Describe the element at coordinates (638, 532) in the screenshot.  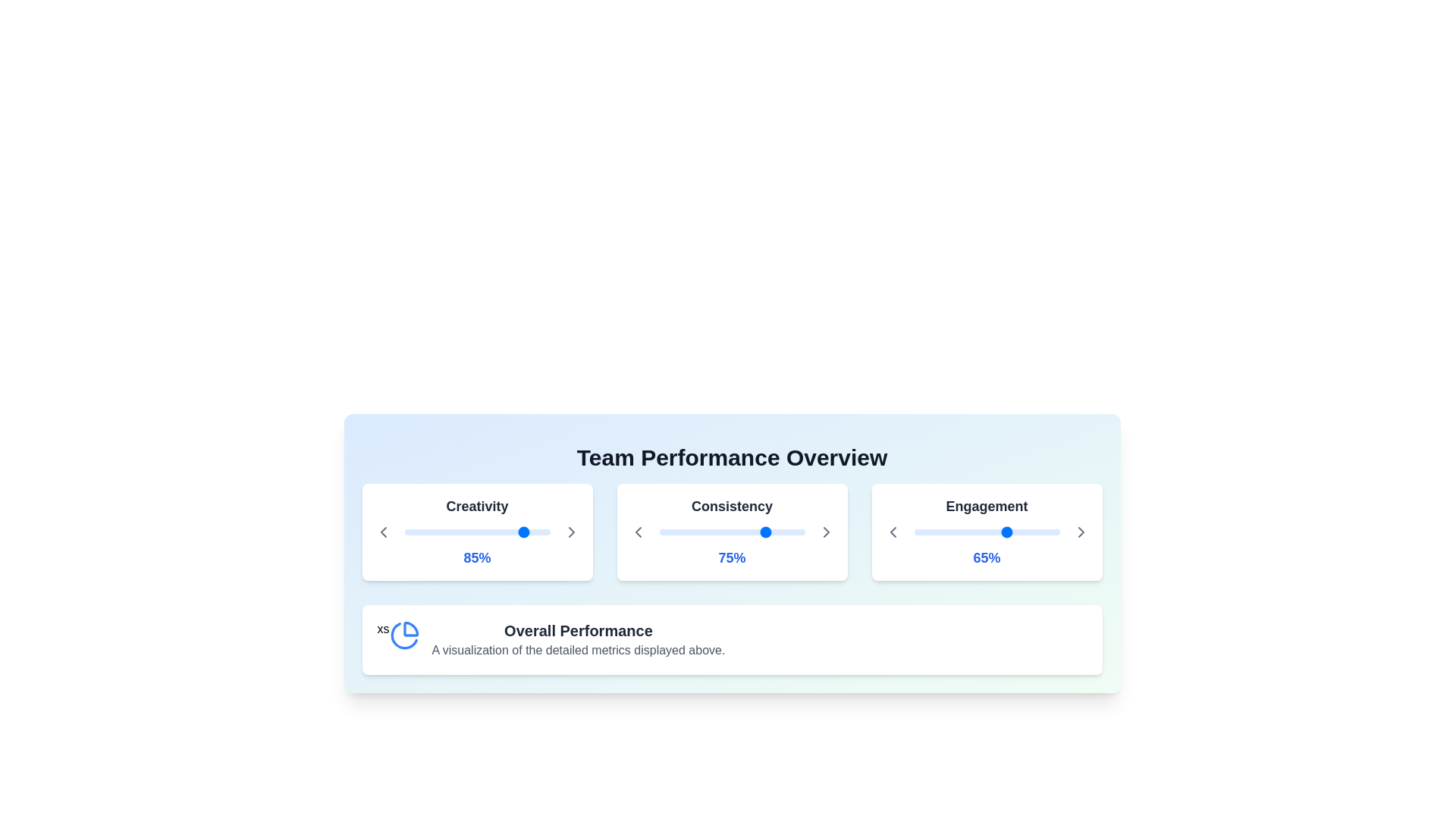
I see `the Navigation icon (left-chevron) located within the 'Consistency' scorecard under 'Team Performance Overview'` at that location.